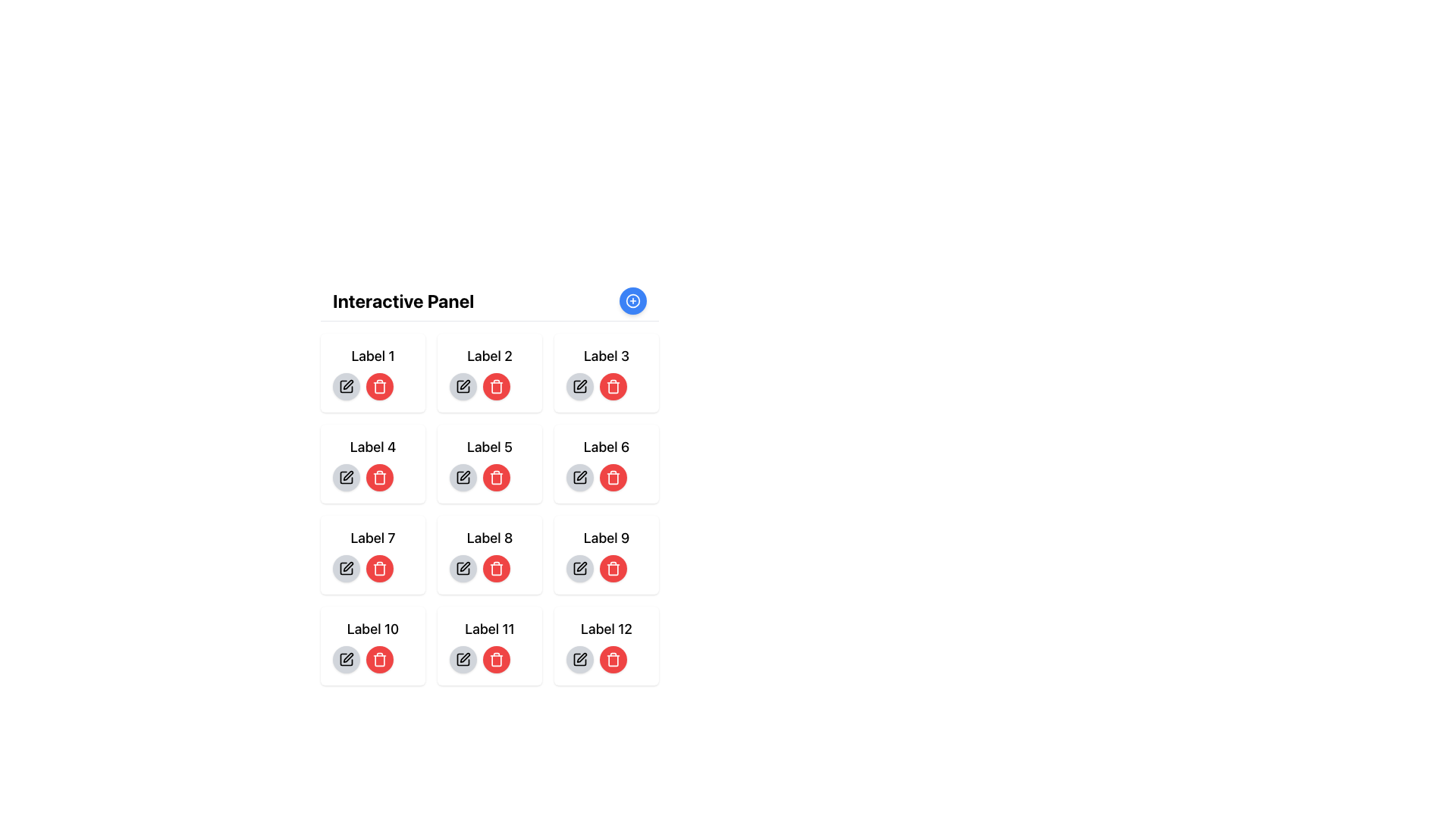 The width and height of the screenshot is (1456, 819). I want to click on the first icon in the 'Interactive Panel' section, located directly under Label 6 in the second row of the grid layout, so click(579, 476).